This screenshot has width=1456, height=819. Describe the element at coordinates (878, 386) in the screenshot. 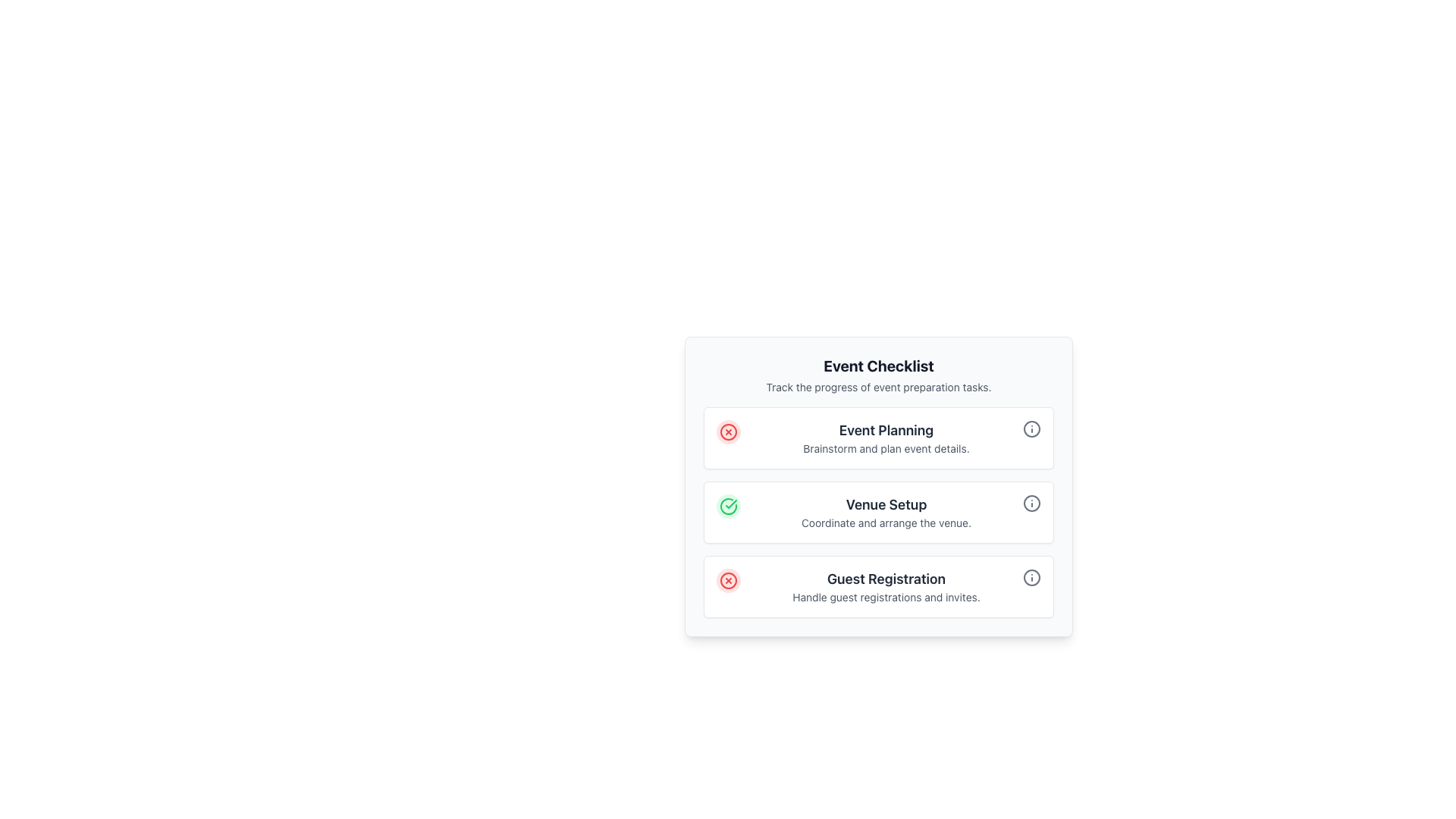

I see `the text element that contains 'Track the progress of event preparation tasks.', located directly under the 'Event Checklist' heading` at that location.